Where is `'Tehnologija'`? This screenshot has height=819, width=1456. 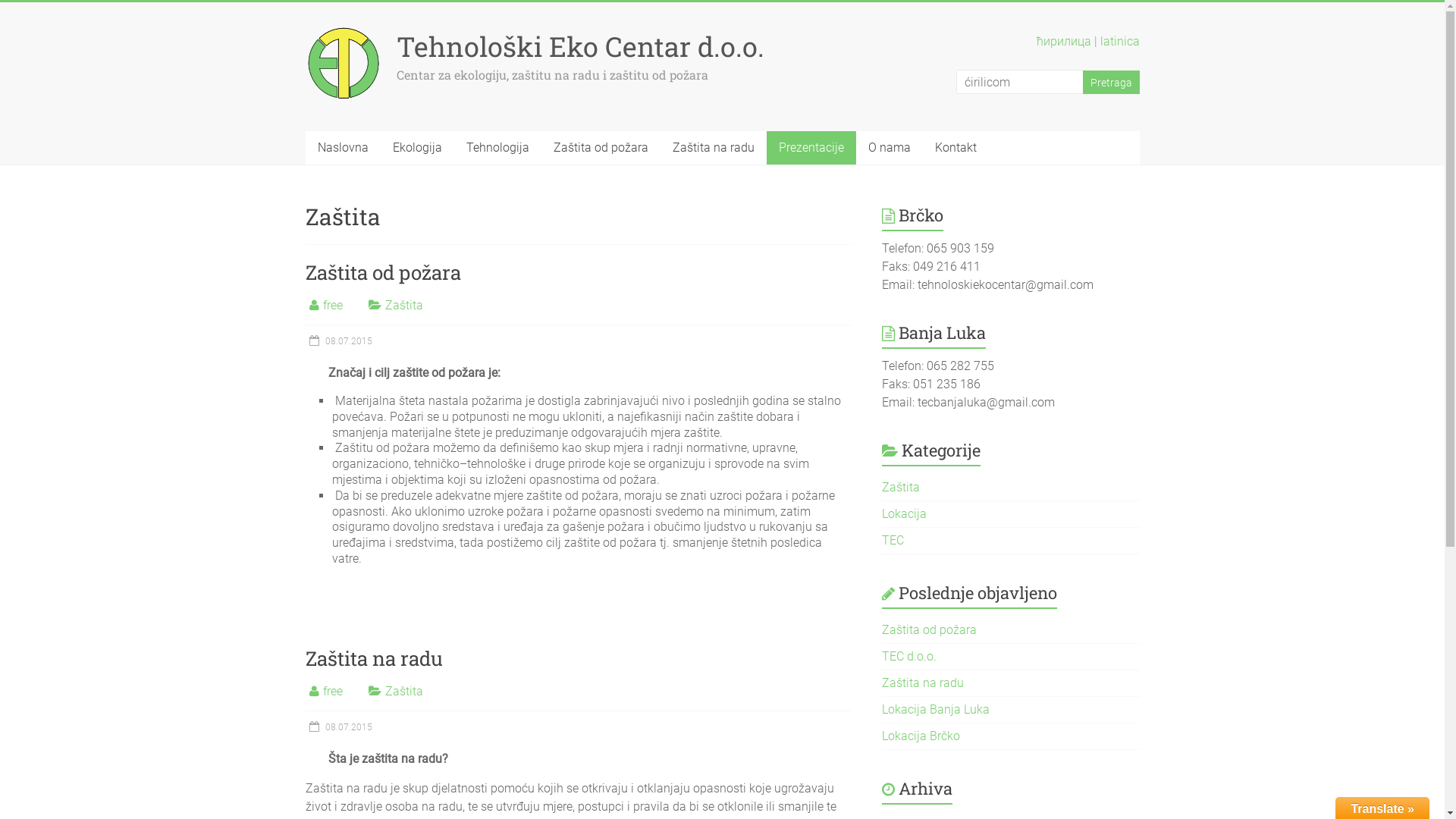 'Tehnologija' is located at coordinates (497, 148).